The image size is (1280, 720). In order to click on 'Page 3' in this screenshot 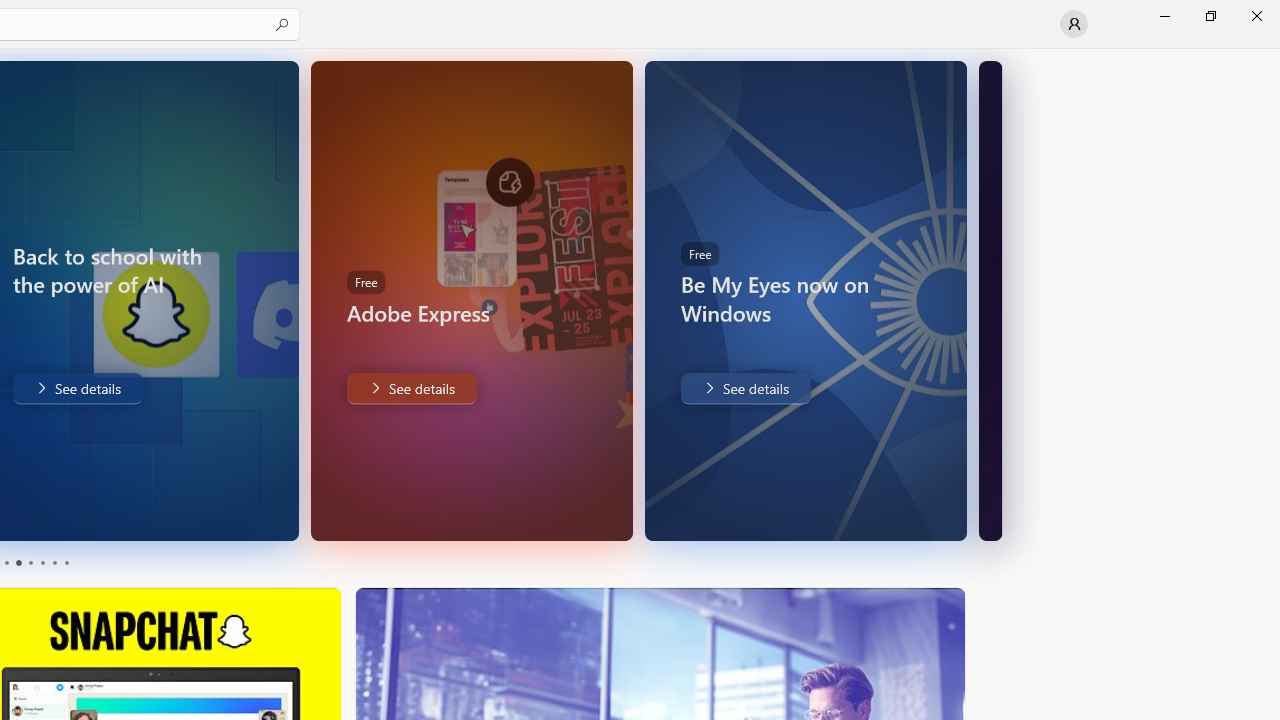, I will do `click(30, 563)`.